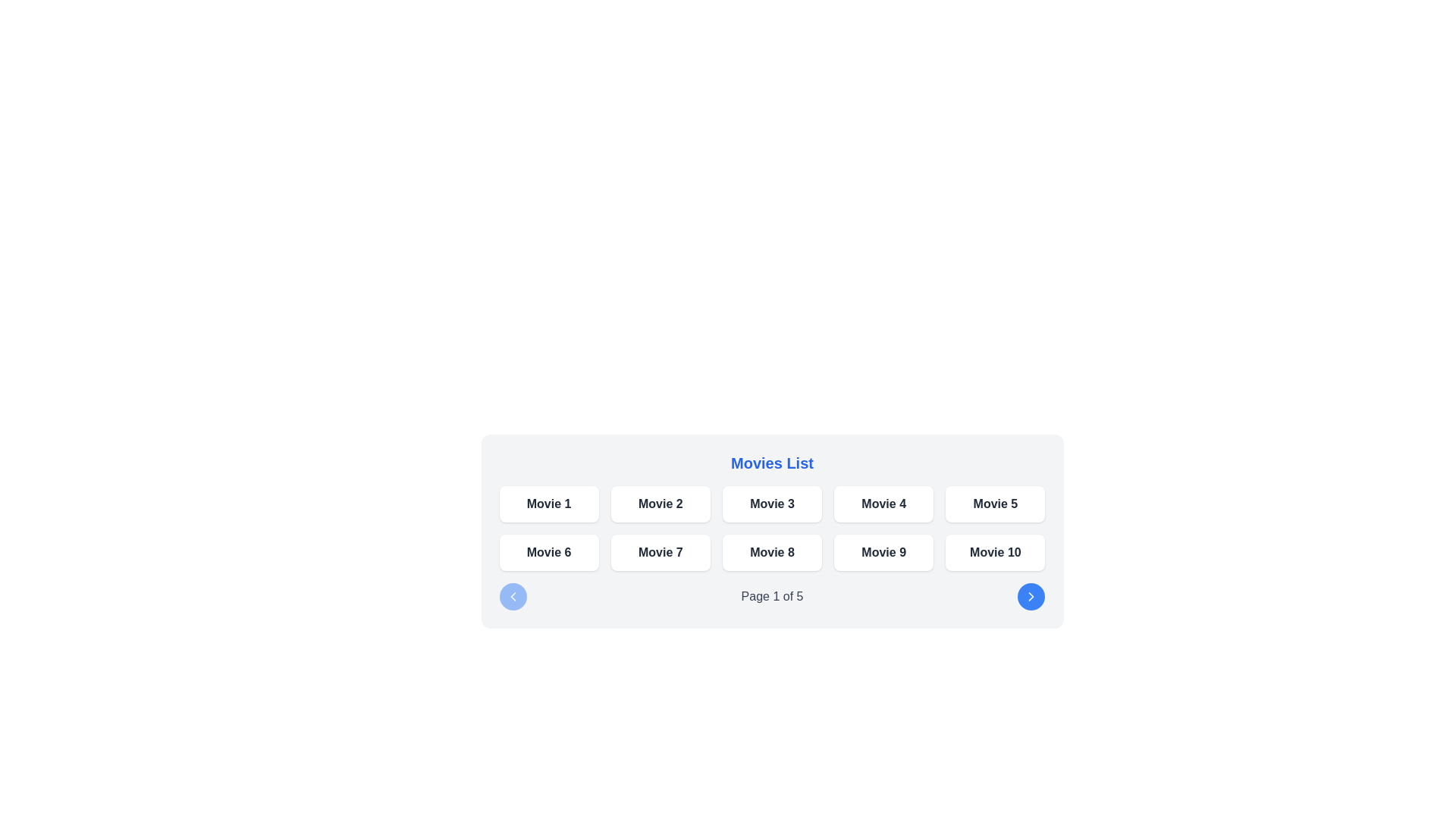  What do you see at coordinates (548, 553) in the screenshot?
I see `the 'Movie 6' button` at bounding box center [548, 553].